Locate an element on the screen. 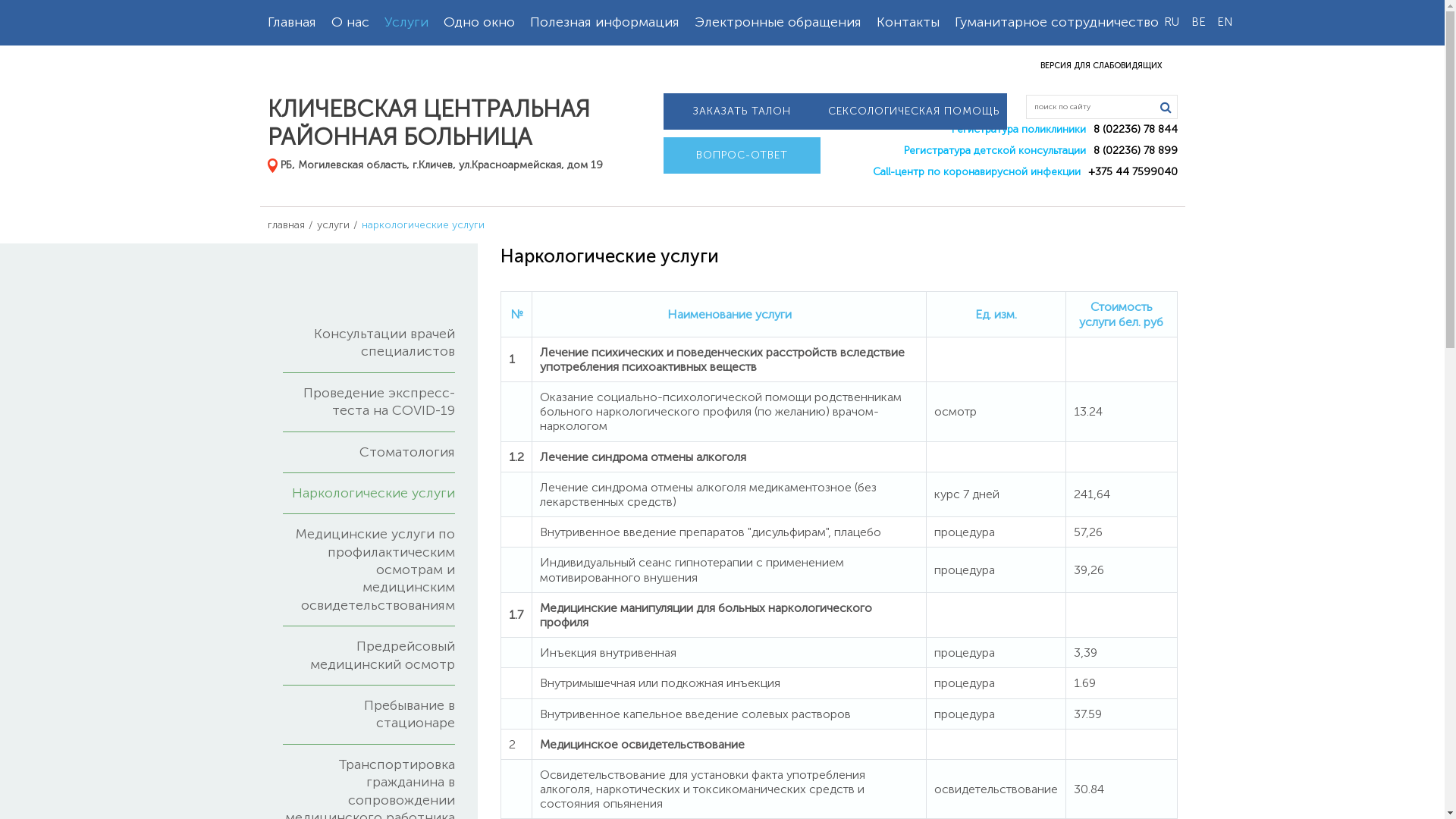 This screenshot has width=1456, height=819. 'RU' is located at coordinates (1171, 22).